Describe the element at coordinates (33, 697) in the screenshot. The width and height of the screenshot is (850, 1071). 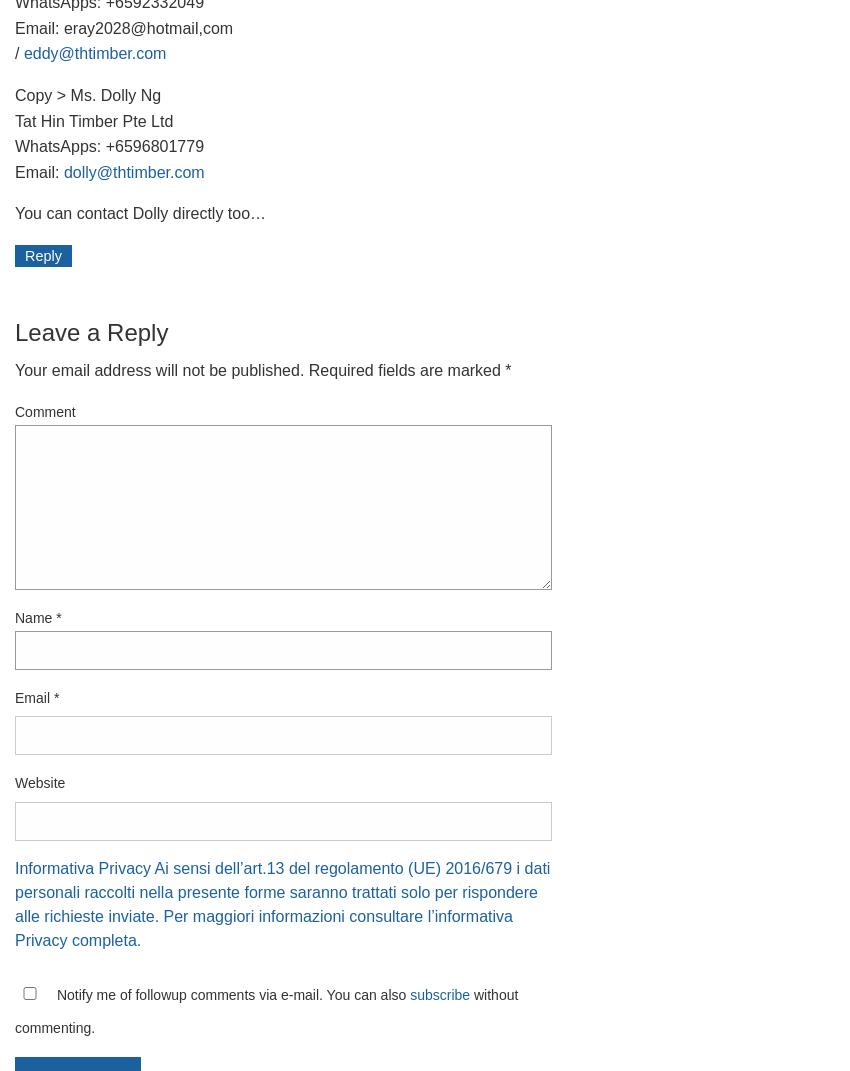
I see `'Email'` at that location.